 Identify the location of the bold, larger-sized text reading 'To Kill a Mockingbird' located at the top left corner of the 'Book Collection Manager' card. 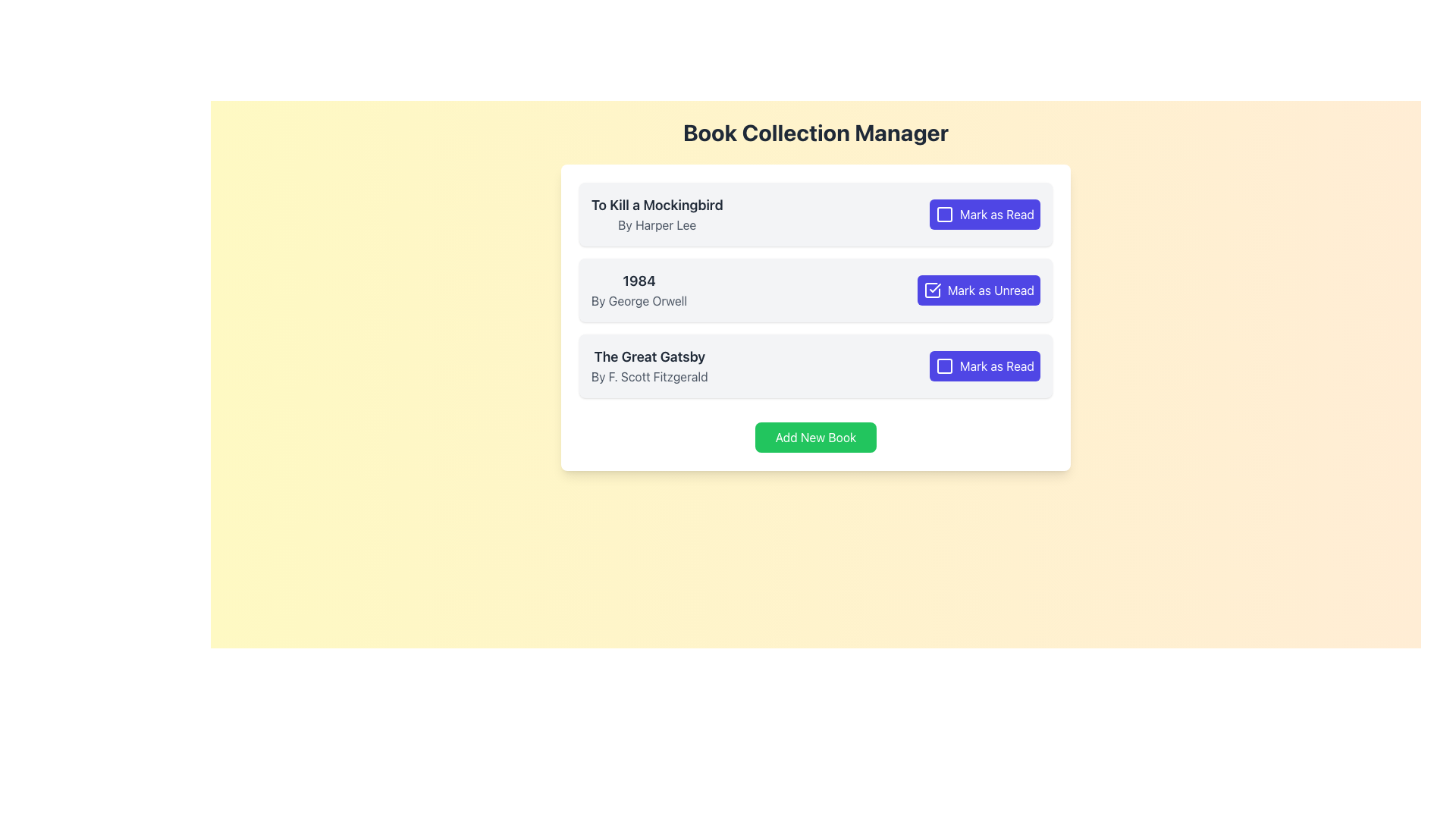
(657, 205).